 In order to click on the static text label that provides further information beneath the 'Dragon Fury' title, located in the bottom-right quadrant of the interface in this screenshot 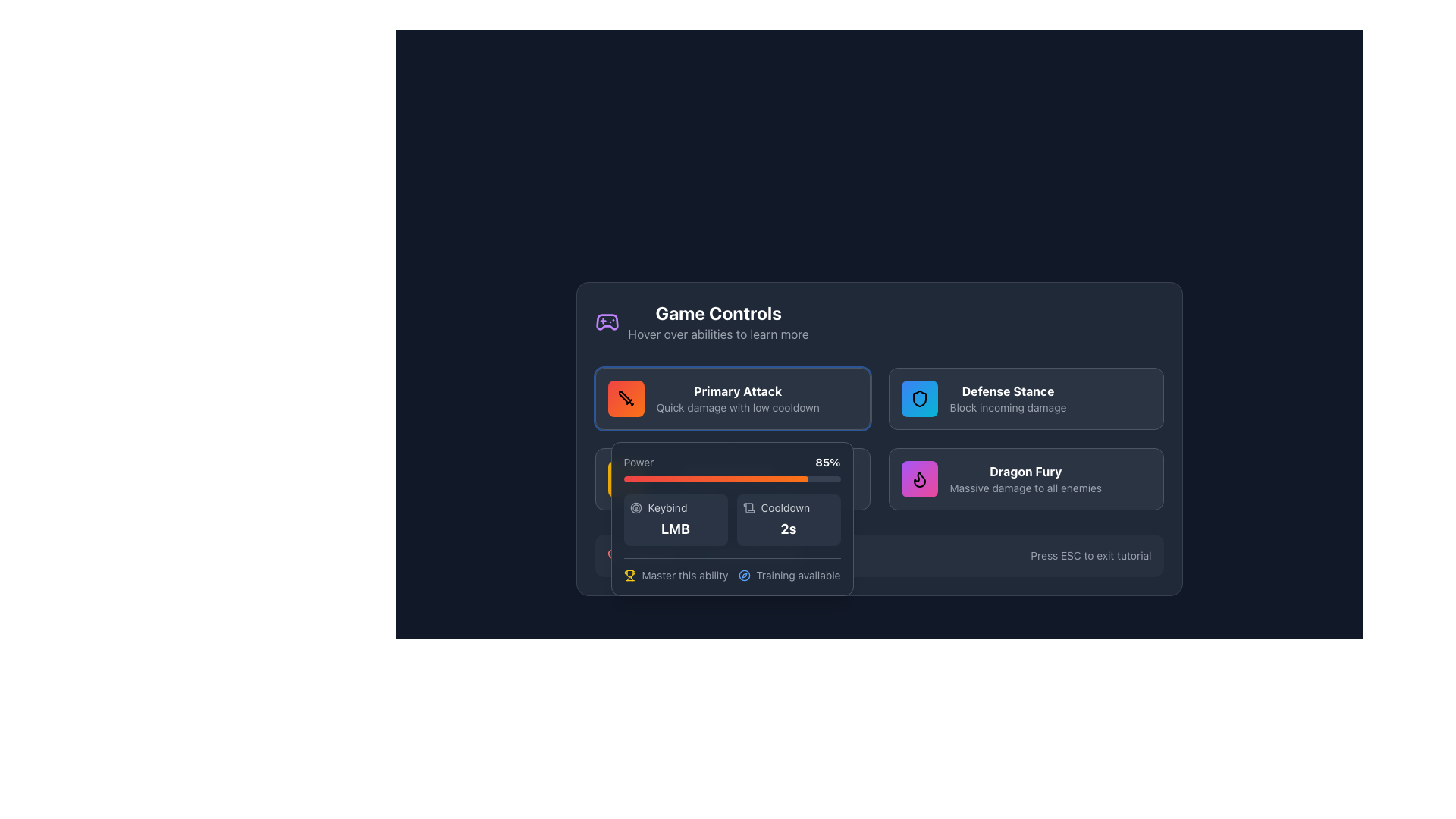, I will do `click(1025, 488)`.